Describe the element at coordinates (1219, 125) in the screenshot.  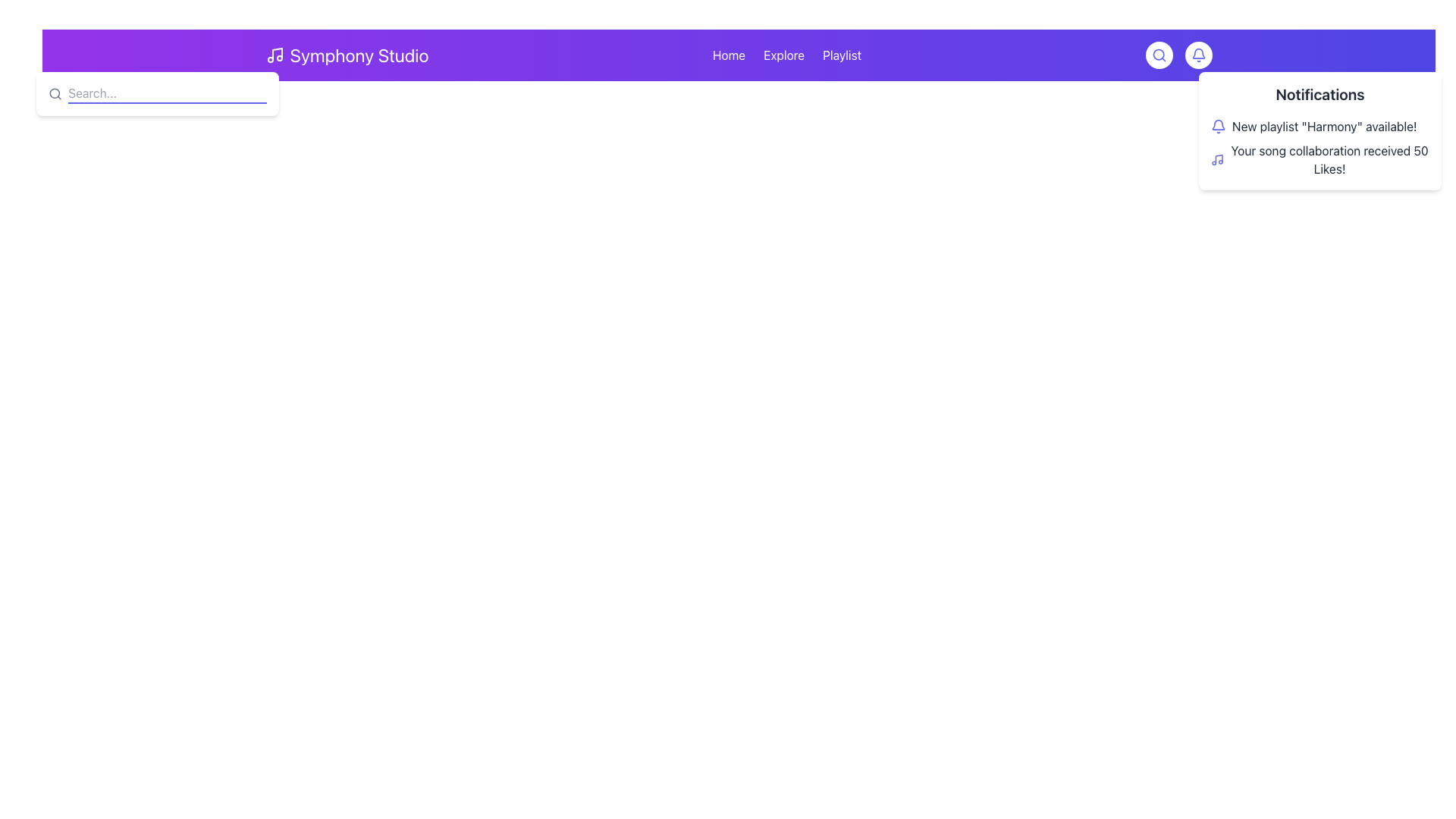
I see `the small blue bell icon with a gradient design, which indicates a notification function, located in the notification popup message to the left of the text 'New playlist "Harmony" available!'` at that location.